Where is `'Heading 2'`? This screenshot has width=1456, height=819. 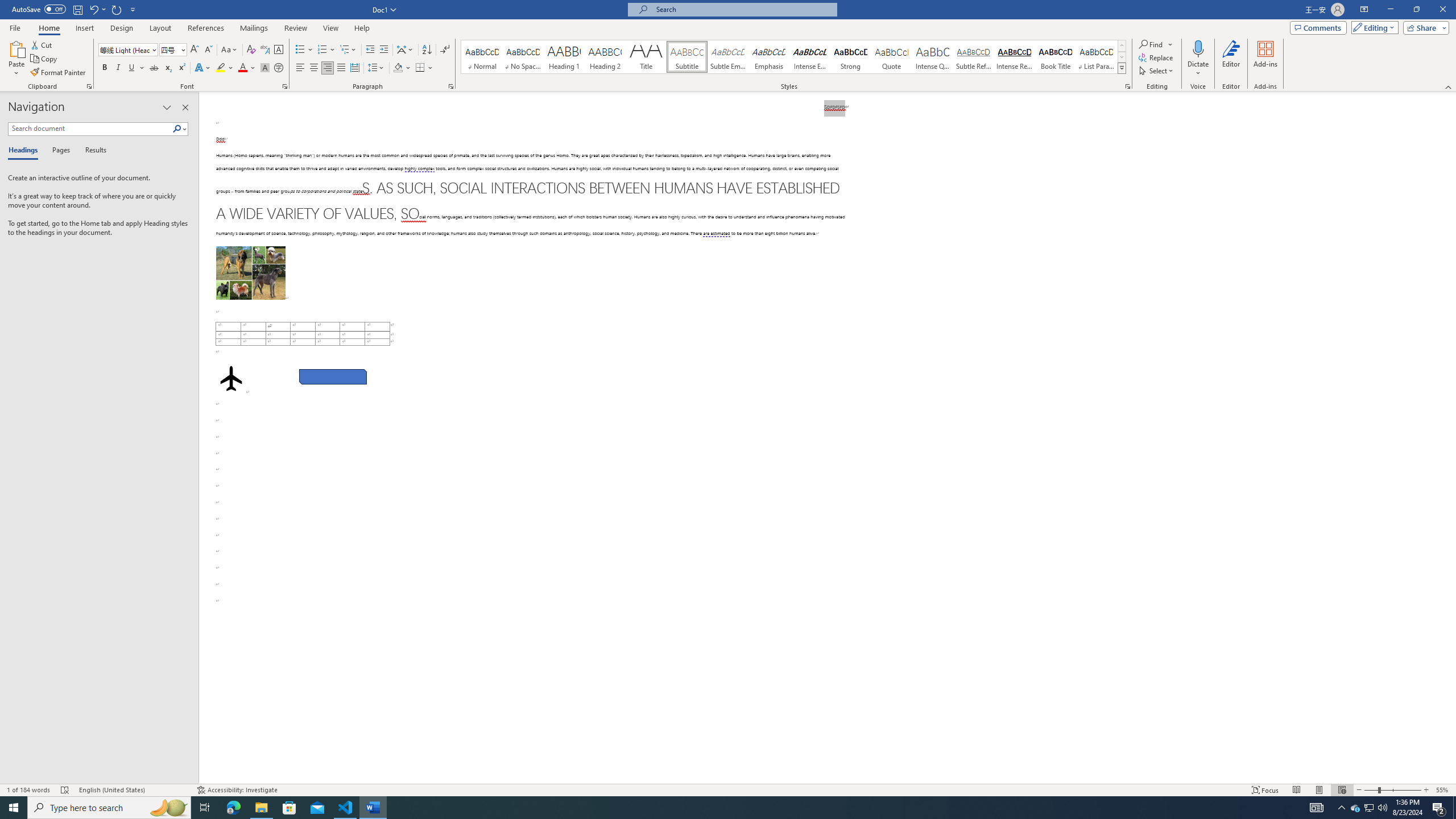
'Heading 2' is located at coordinates (605, 56).